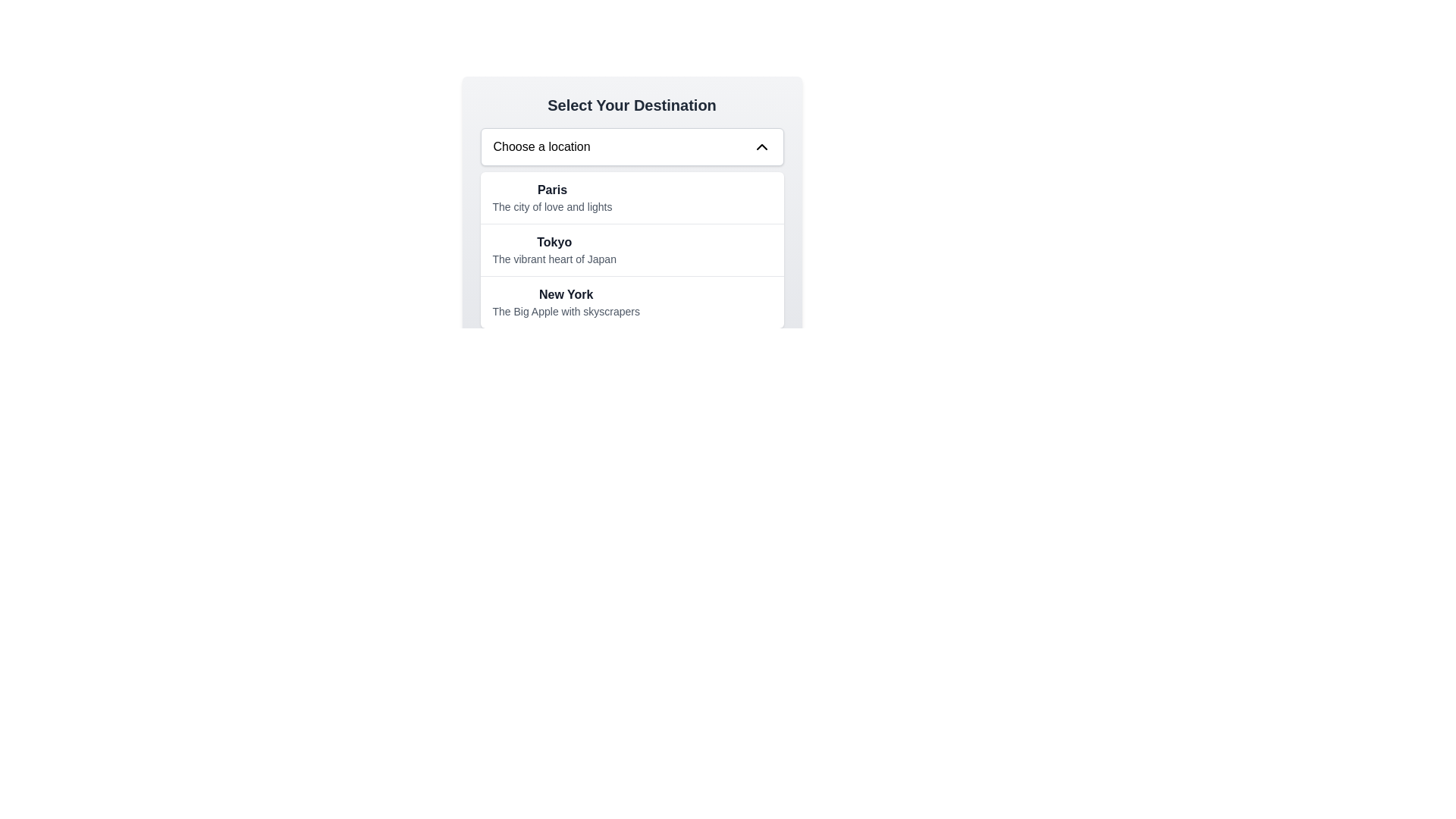  Describe the element at coordinates (551, 189) in the screenshot. I see `the 'Paris' destination text label in the dropdown menu of the 'Select Your Destination' interface` at that location.